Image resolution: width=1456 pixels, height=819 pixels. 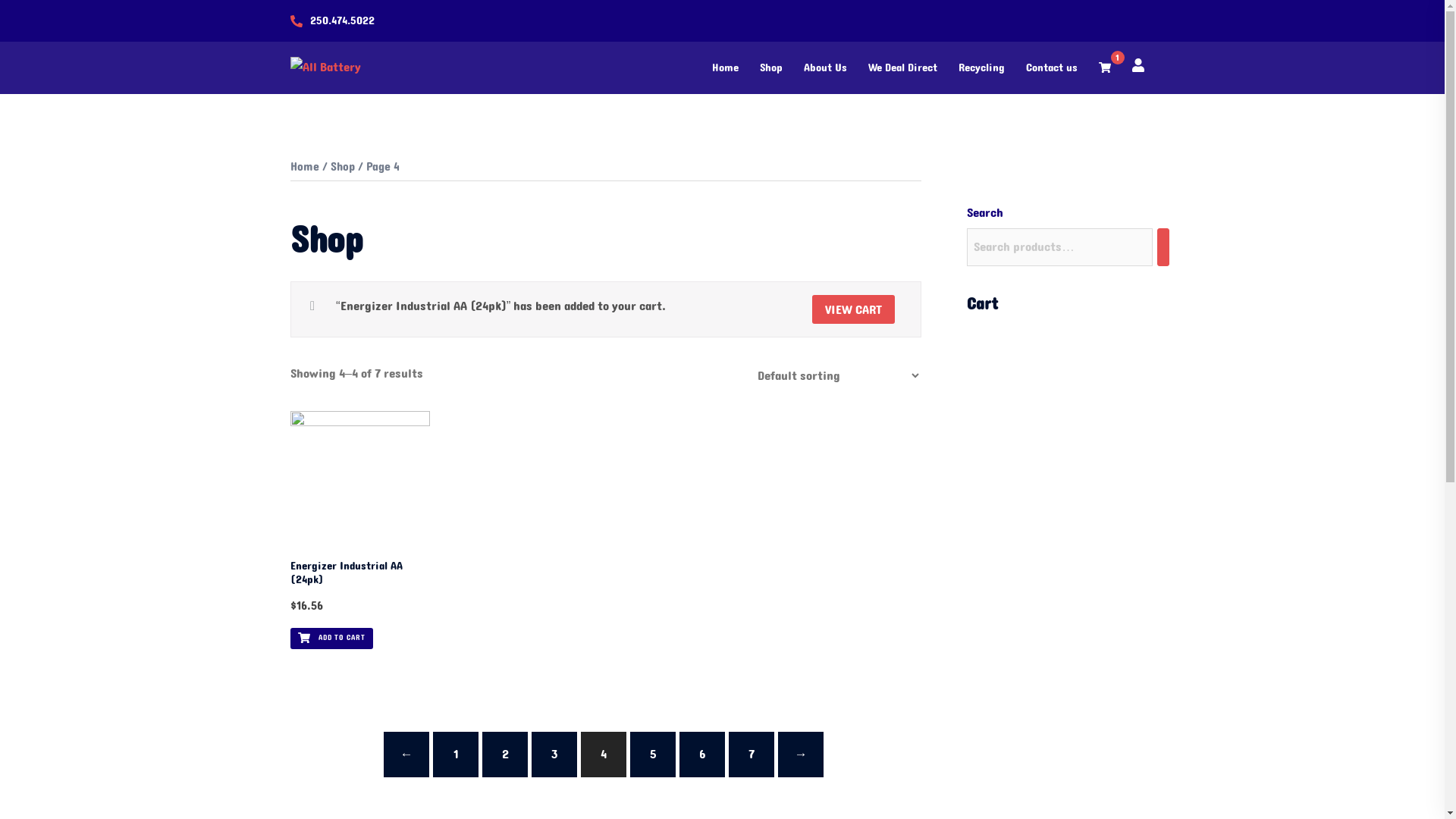 What do you see at coordinates (505, 755) in the screenshot?
I see `'2'` at bounding box center [505, 755].